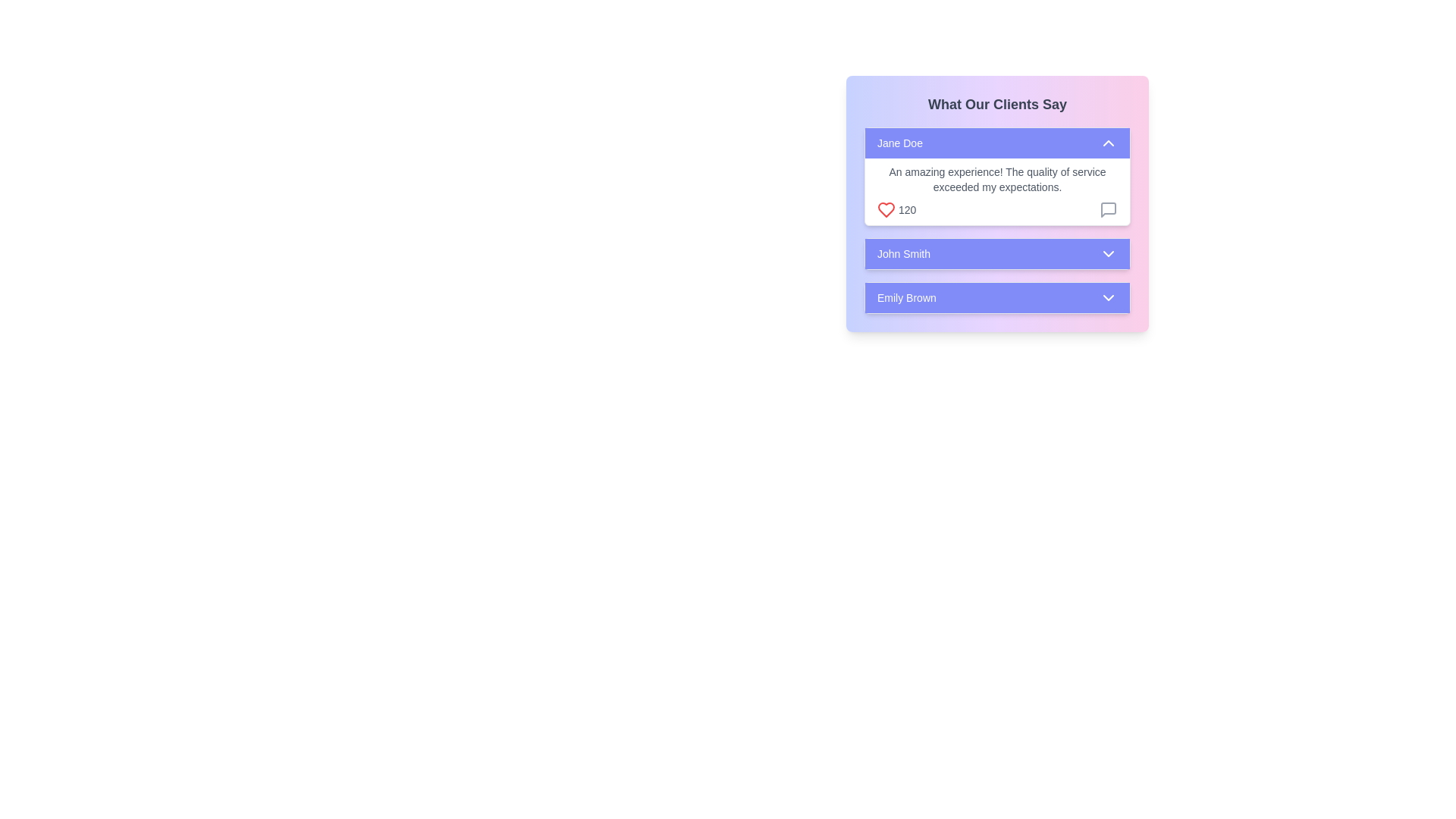 The image size is (1456, 819). Describe the element at coordinates (997, 178) in the screenshot. I see `the text element displaying 'An amazing experience! The quality of service exceeded my expectations.' in the testimonial section labeled 'What Our Clients Say'` at that location.